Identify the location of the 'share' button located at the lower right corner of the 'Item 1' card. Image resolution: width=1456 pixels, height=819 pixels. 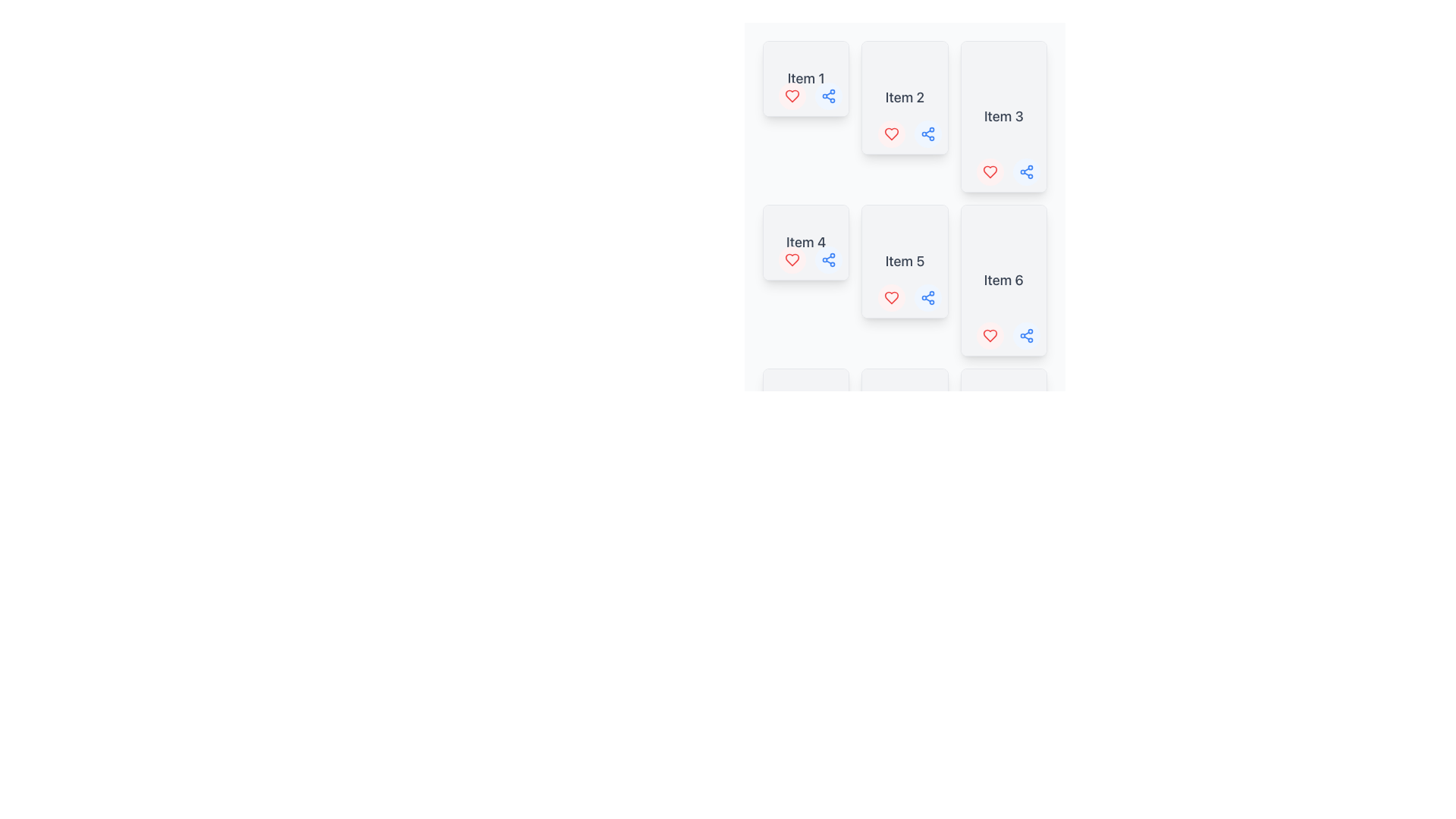
(828, 96).